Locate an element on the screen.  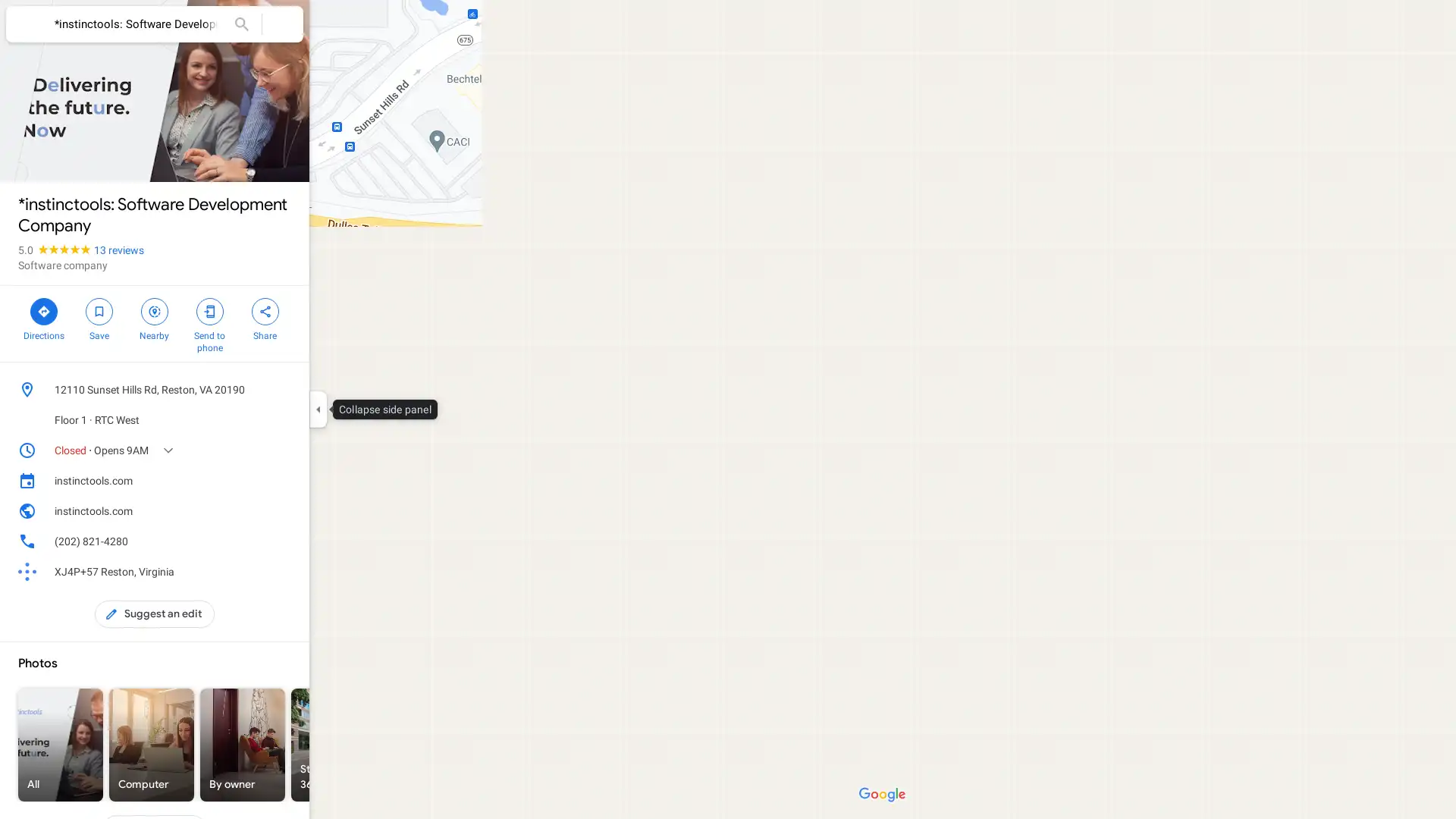
5.0 stars is located at coordinates (55, 249).